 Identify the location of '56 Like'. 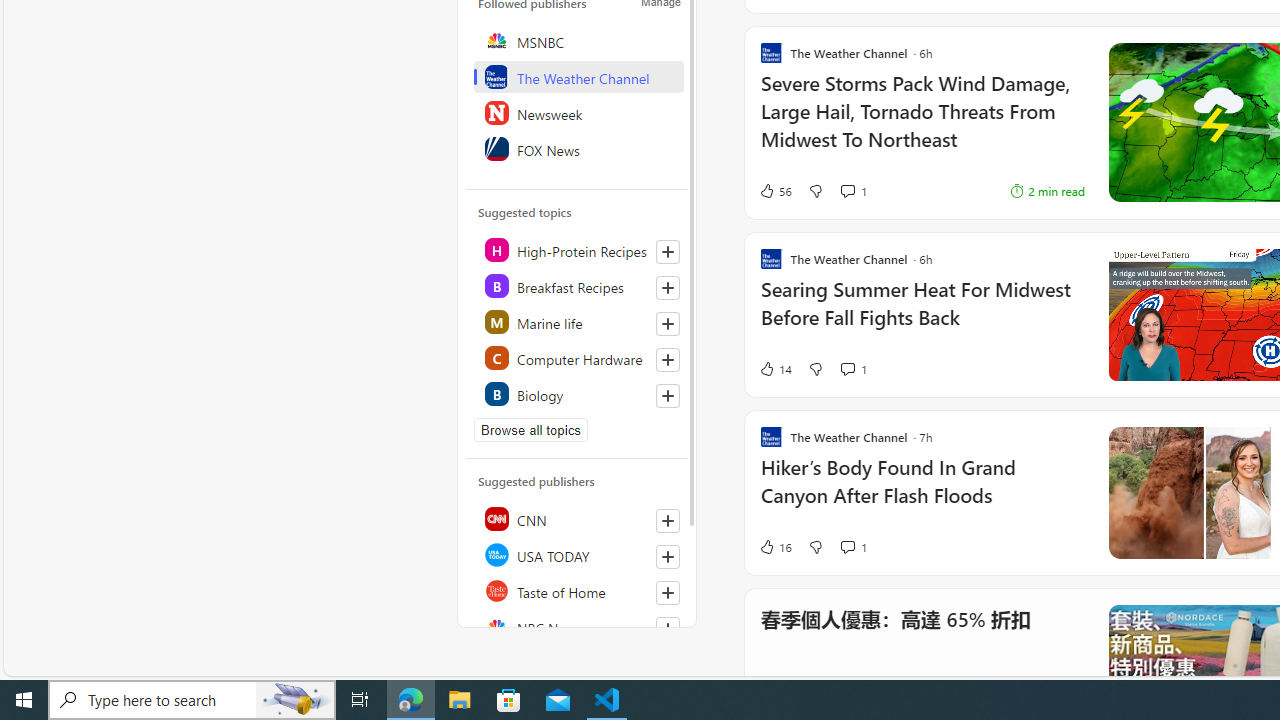
(774, 191).